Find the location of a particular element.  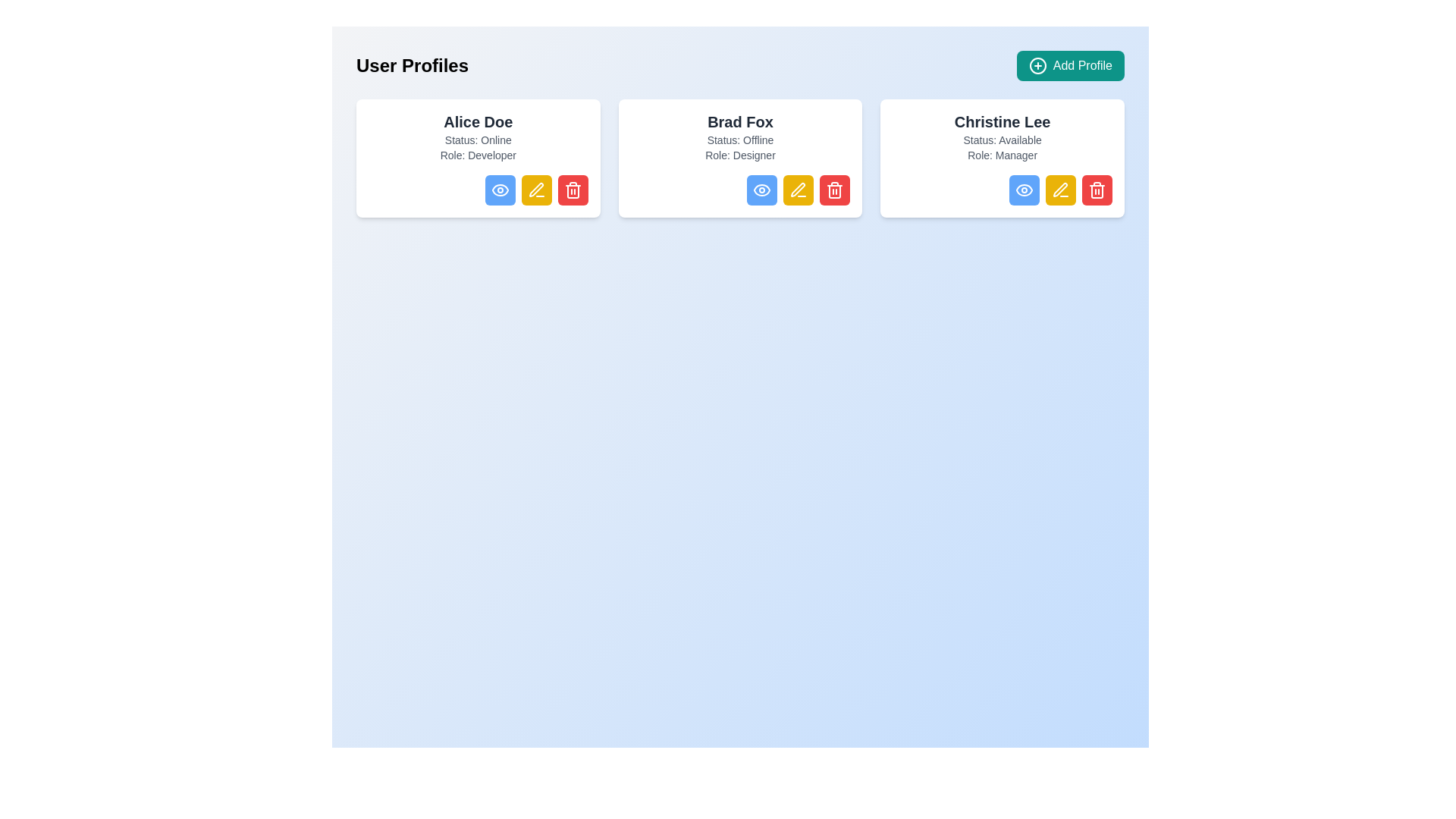

the red button with a trash icon inside it, which is the third button in a row within a card labeled 'Brad Fox' is located at coordinates (834, 189).